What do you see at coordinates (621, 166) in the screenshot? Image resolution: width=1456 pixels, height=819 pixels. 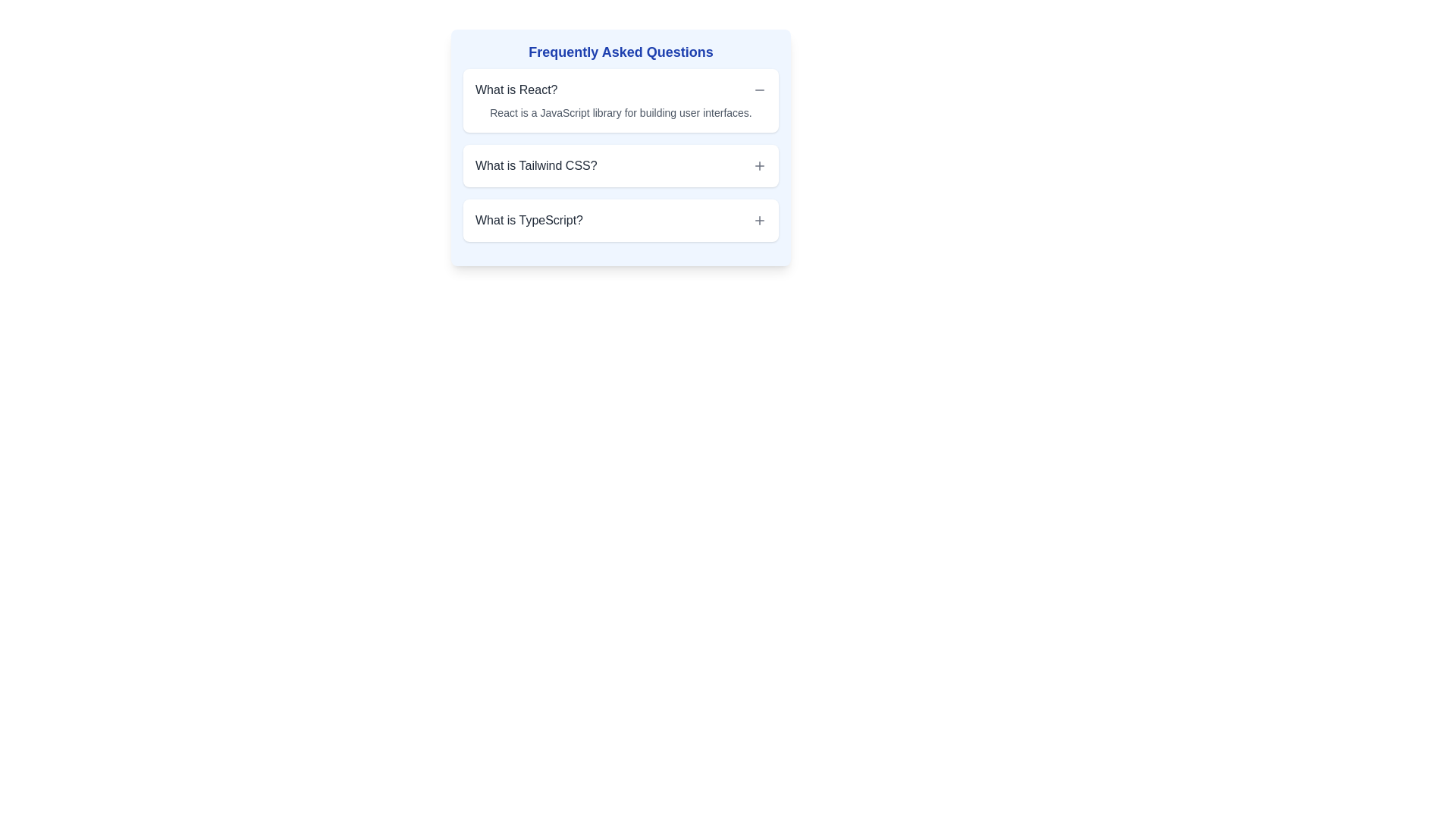 I see `the '+' button of the second expandable list item in the FAQ section to emphasize it` at bounding box center [621, 166].